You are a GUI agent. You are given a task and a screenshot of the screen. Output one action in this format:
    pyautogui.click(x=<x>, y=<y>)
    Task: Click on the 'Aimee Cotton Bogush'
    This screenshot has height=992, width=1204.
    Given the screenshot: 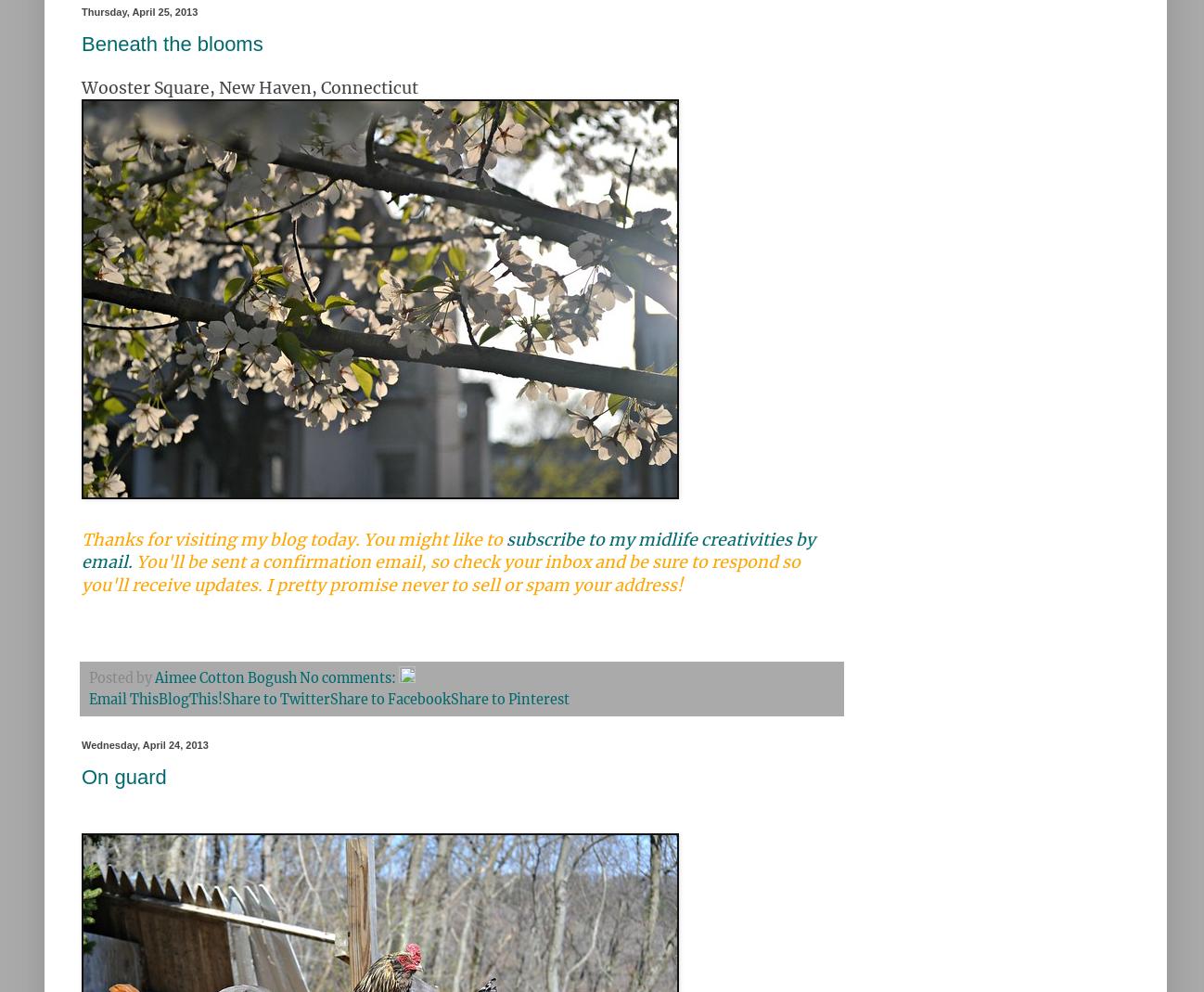 What is the action you would take?
    pyautogui.click(x=154, y=676)
    